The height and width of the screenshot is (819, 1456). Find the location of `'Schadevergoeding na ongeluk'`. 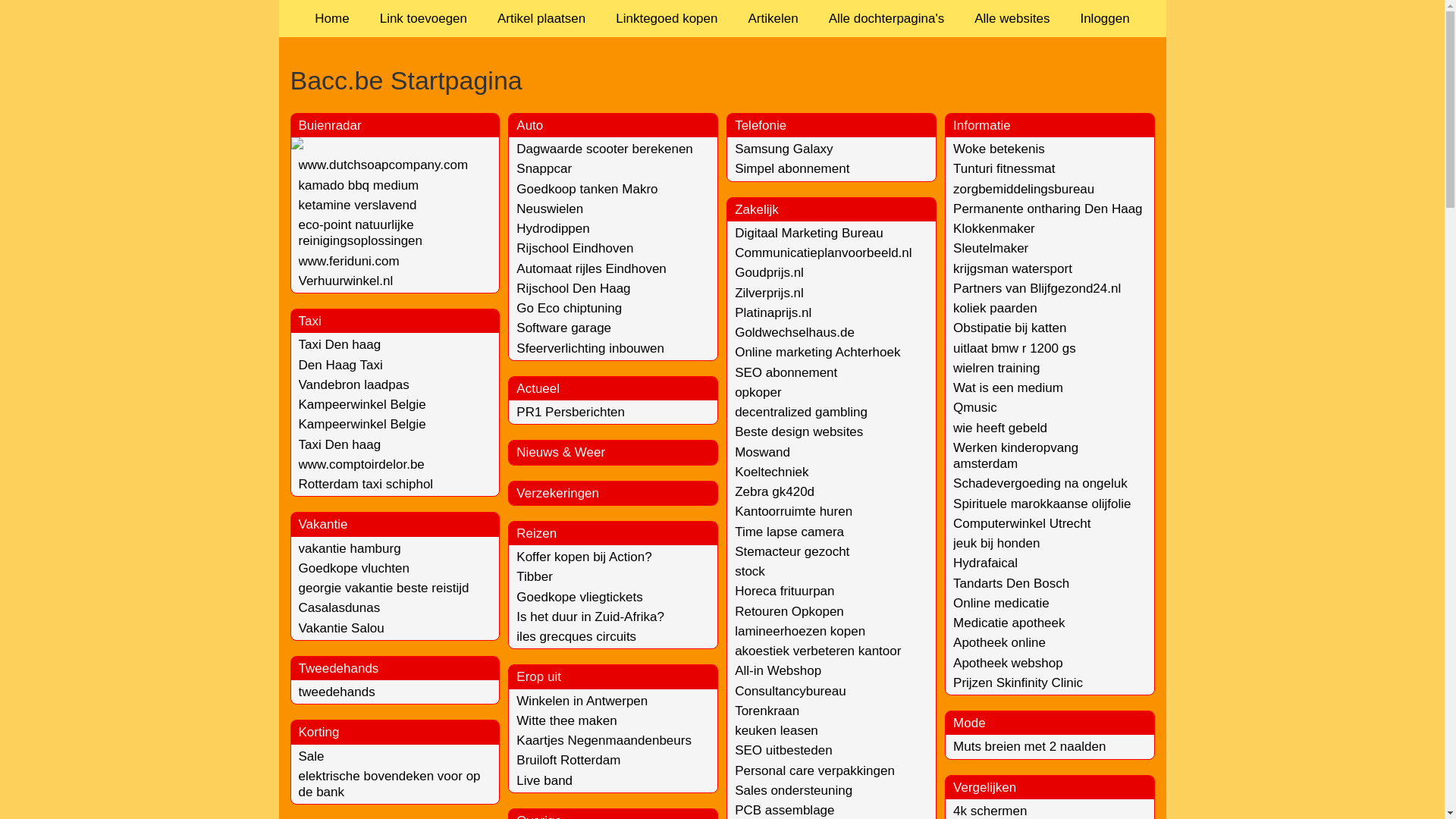

'Schadevergoeding na ongeluk' is located at coordinates (1040, 483).